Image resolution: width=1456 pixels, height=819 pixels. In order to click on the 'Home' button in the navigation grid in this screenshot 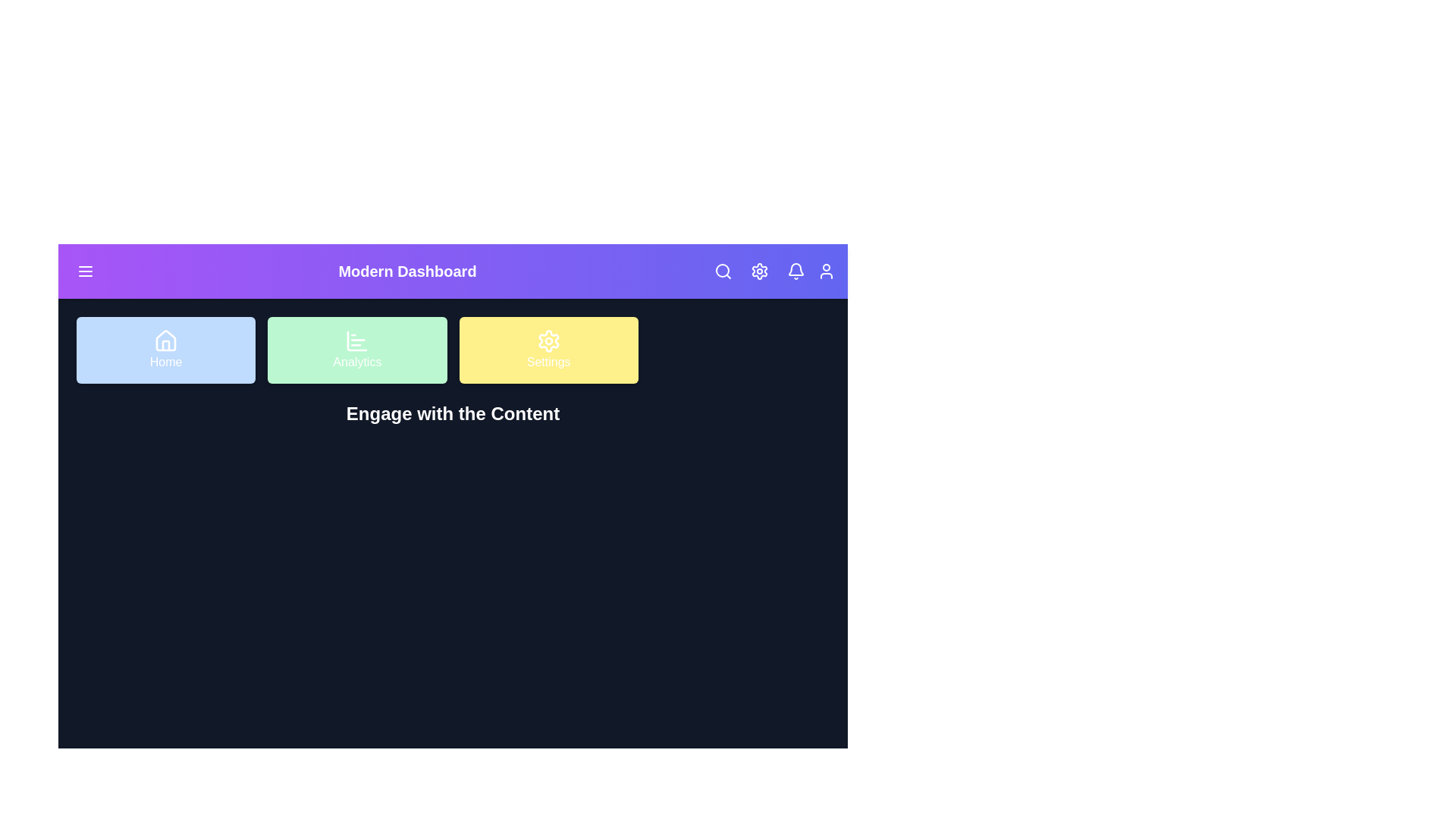, I will do `click(166, 350)`.